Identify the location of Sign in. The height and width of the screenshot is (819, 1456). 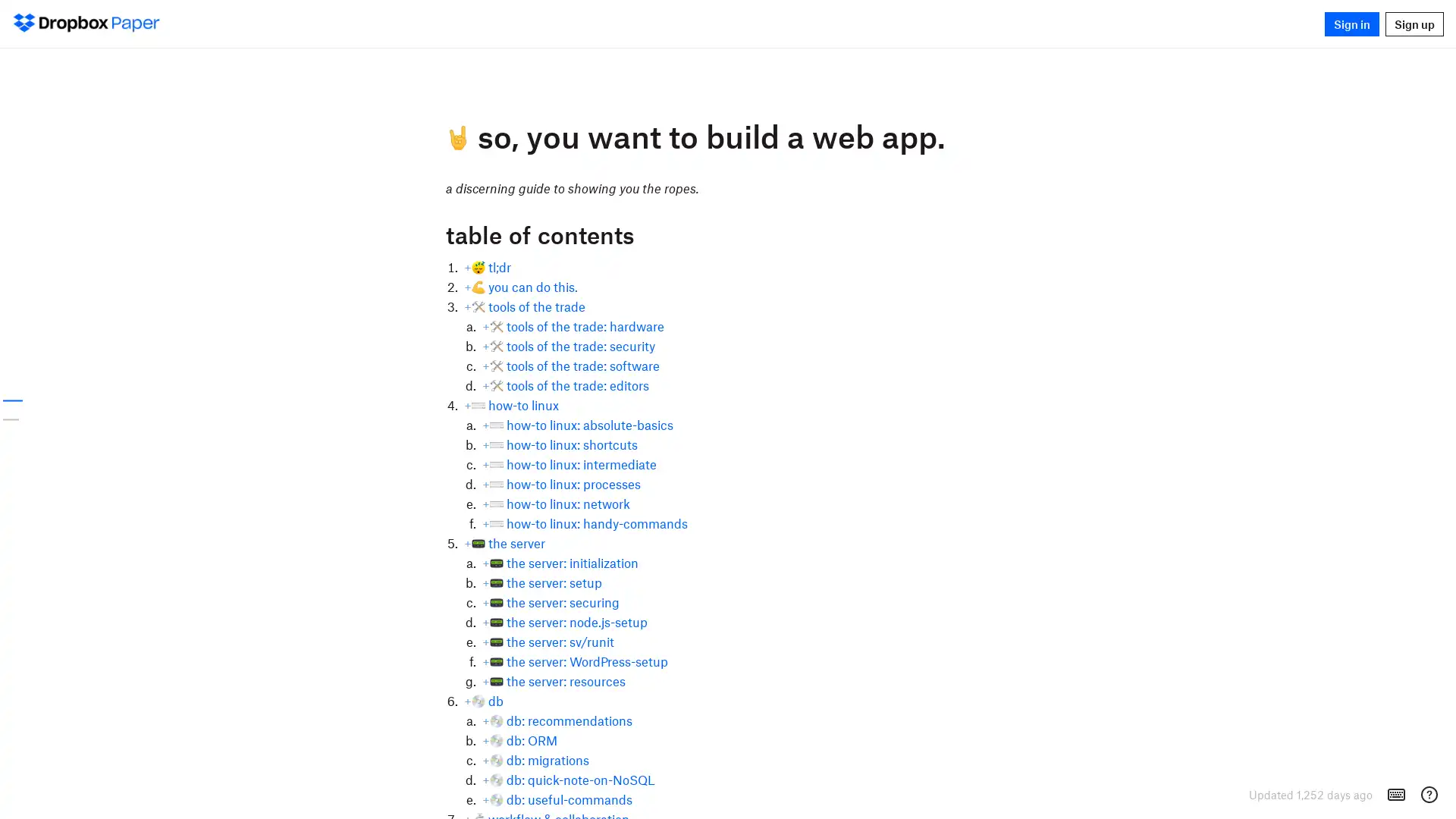
(1351, 23).